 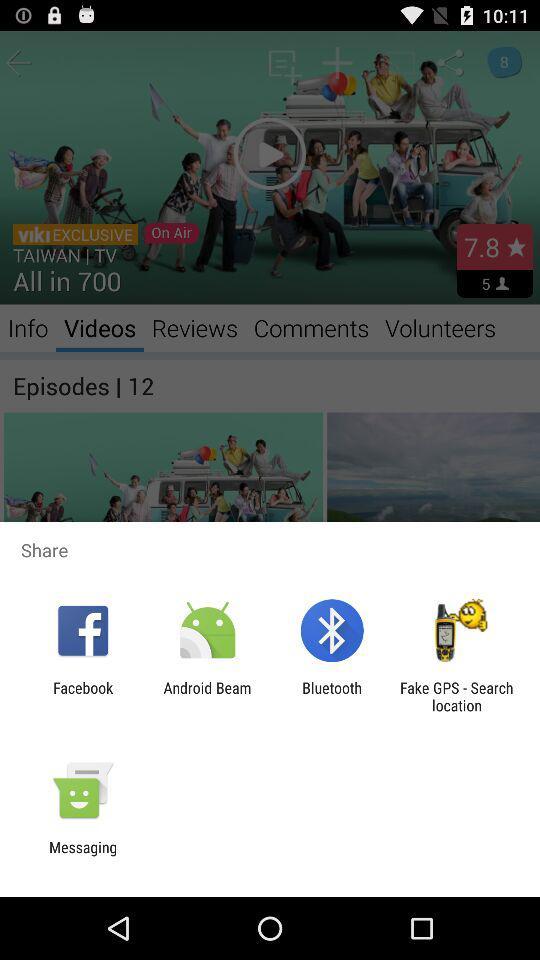 What do you see at coordinates (206, 696) in the screenshot?
I see `item next to the facebook item` at bounding box center [206, 696].